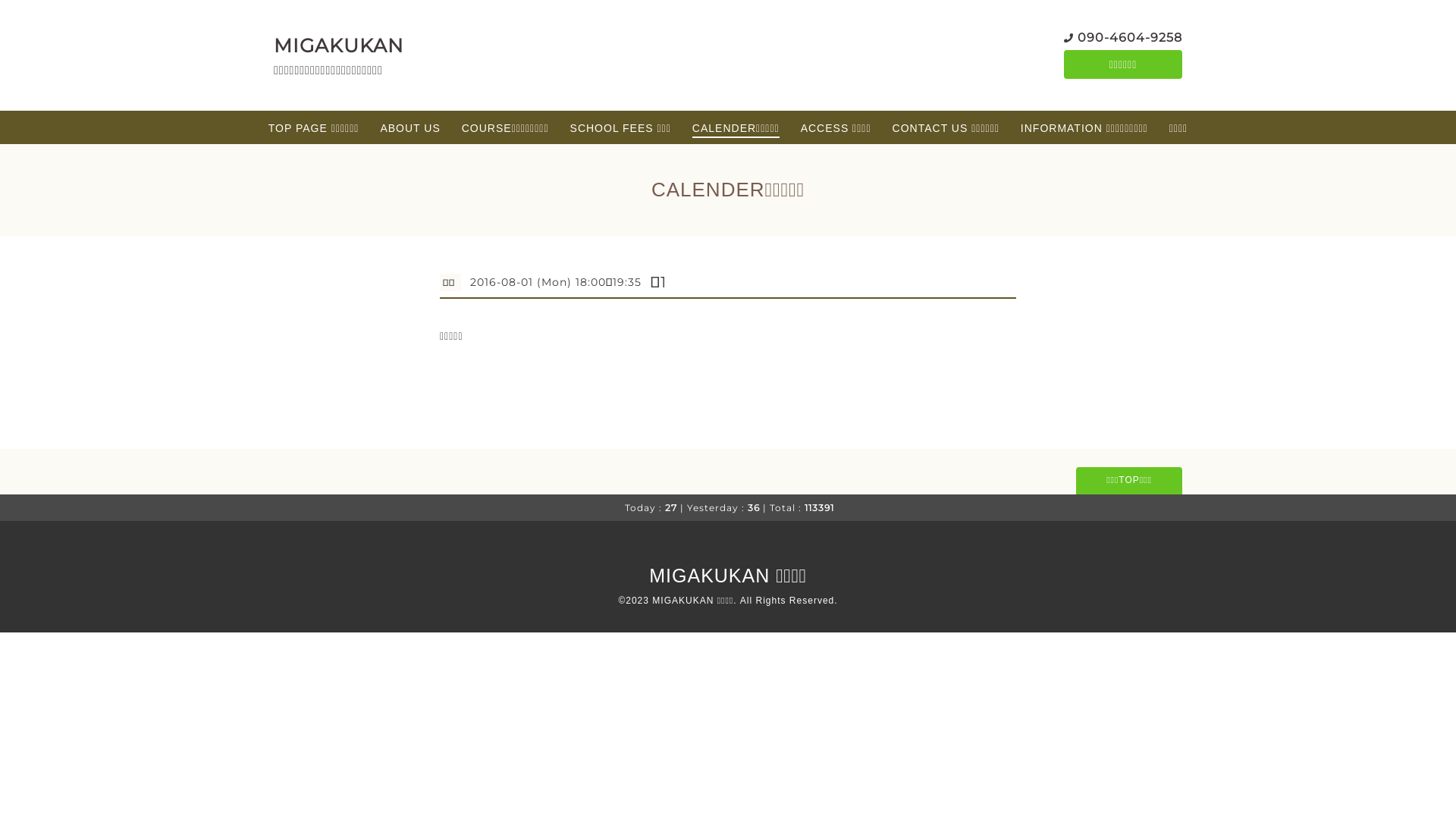  What do you see at coordinates (1129, 36) in the screenshot?
I see `'090-4604-9258'` at bounding box center [1129, 36].